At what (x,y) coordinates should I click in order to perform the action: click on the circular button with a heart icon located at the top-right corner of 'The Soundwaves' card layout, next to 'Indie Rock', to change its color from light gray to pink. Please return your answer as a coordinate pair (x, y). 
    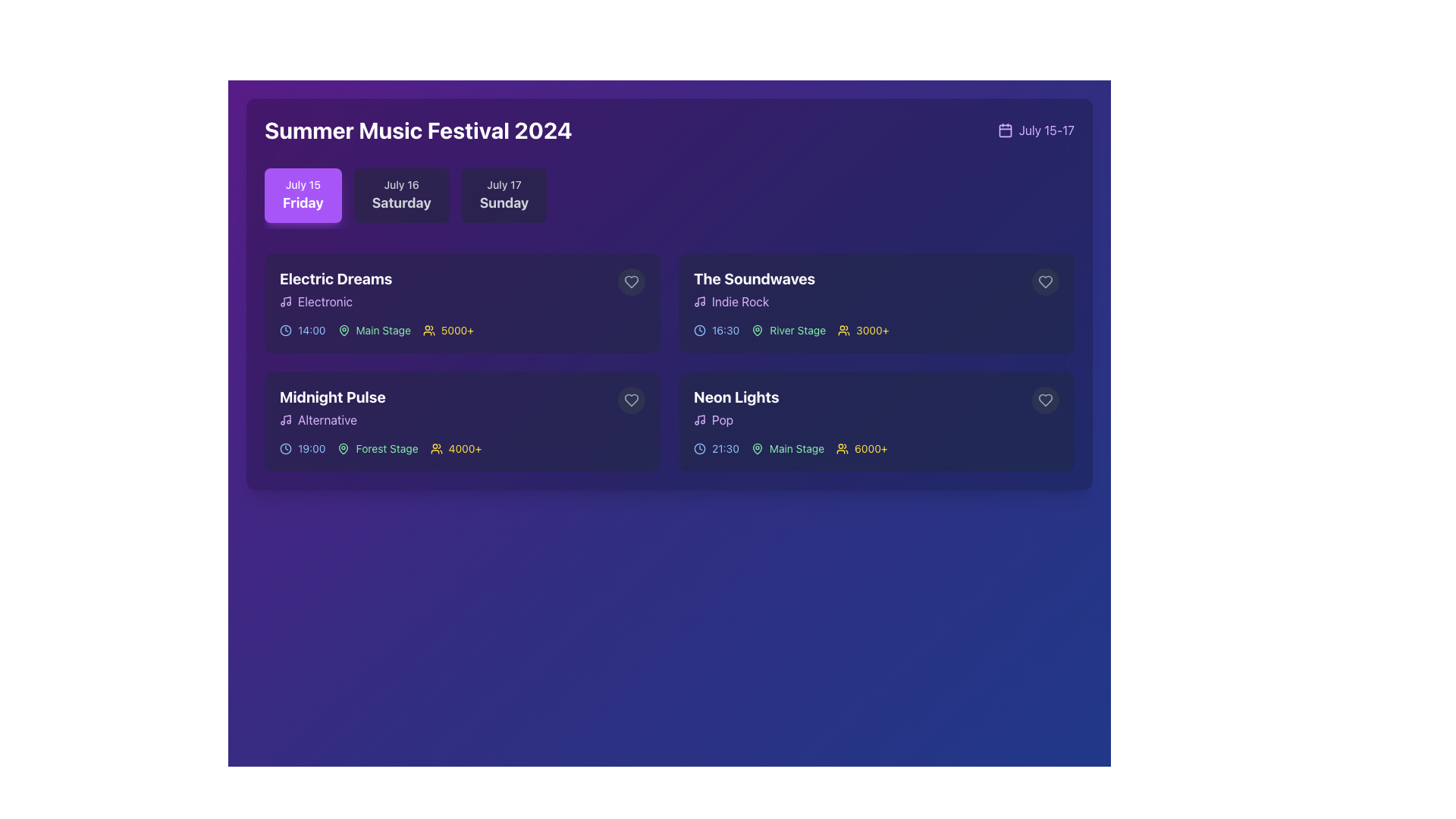
    Looking at the image, I should click on (1044, 281).